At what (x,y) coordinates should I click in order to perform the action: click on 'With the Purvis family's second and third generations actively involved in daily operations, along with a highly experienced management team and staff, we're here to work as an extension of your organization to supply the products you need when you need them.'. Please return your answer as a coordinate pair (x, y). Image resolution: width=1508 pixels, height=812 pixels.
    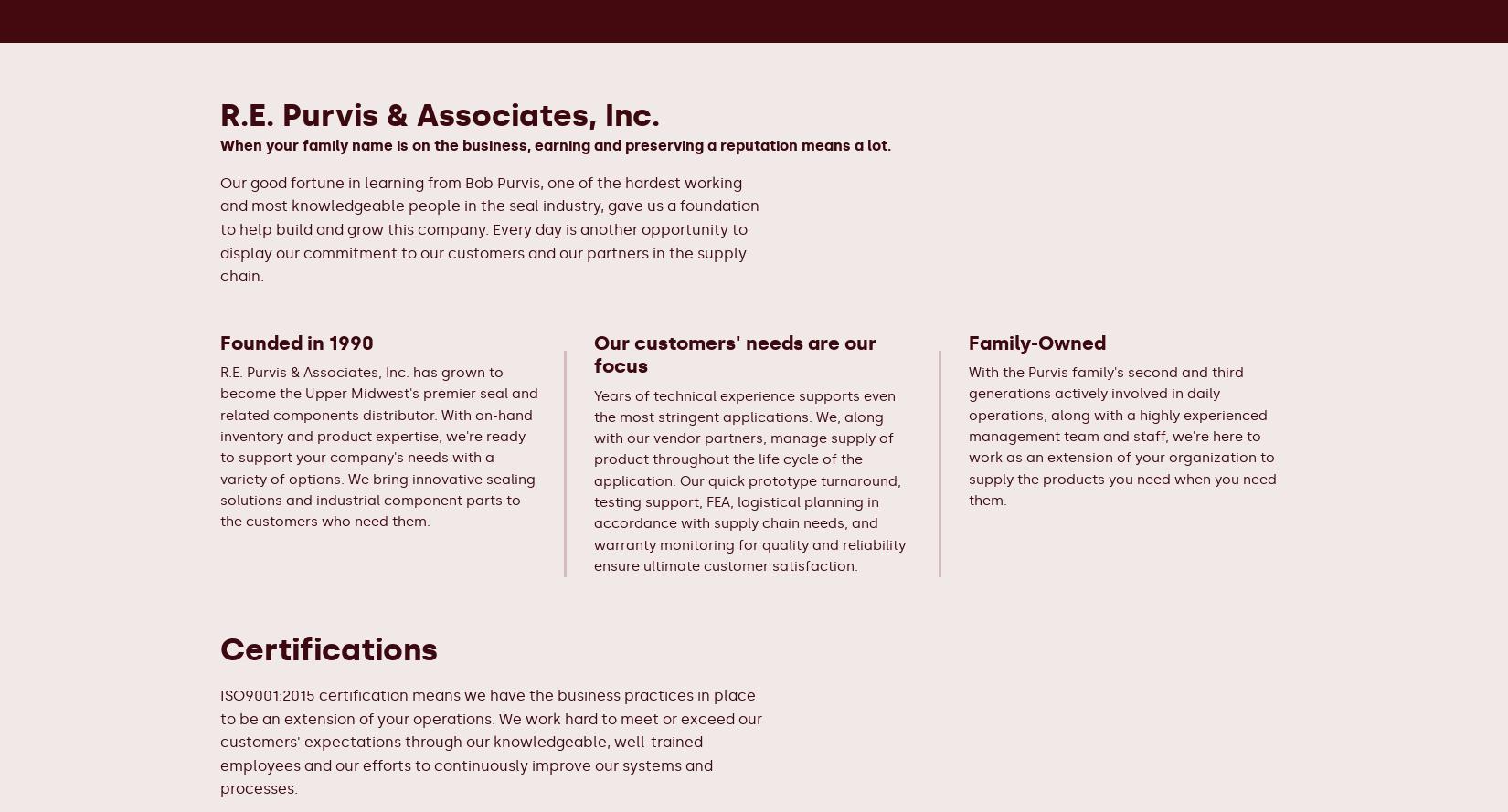
    Looking at the image, I should click on (1121, 436).